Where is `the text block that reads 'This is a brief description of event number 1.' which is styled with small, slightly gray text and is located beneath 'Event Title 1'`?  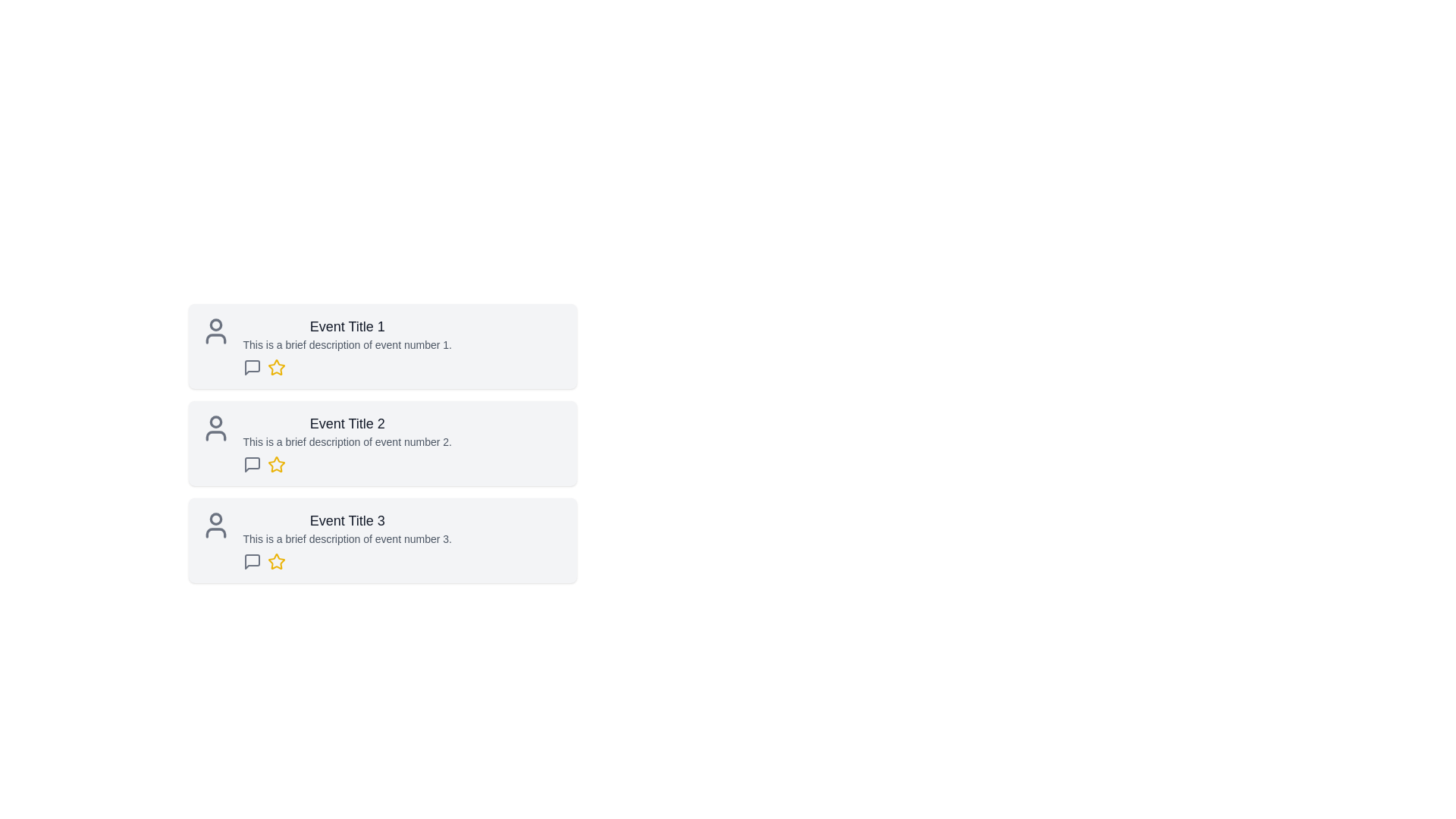 the text block that reads 'This is a brief description of event number 1.' which is styled with small, slightly gray text and is located beneath 'Event Title 1' is located at coordinates (347, 345).